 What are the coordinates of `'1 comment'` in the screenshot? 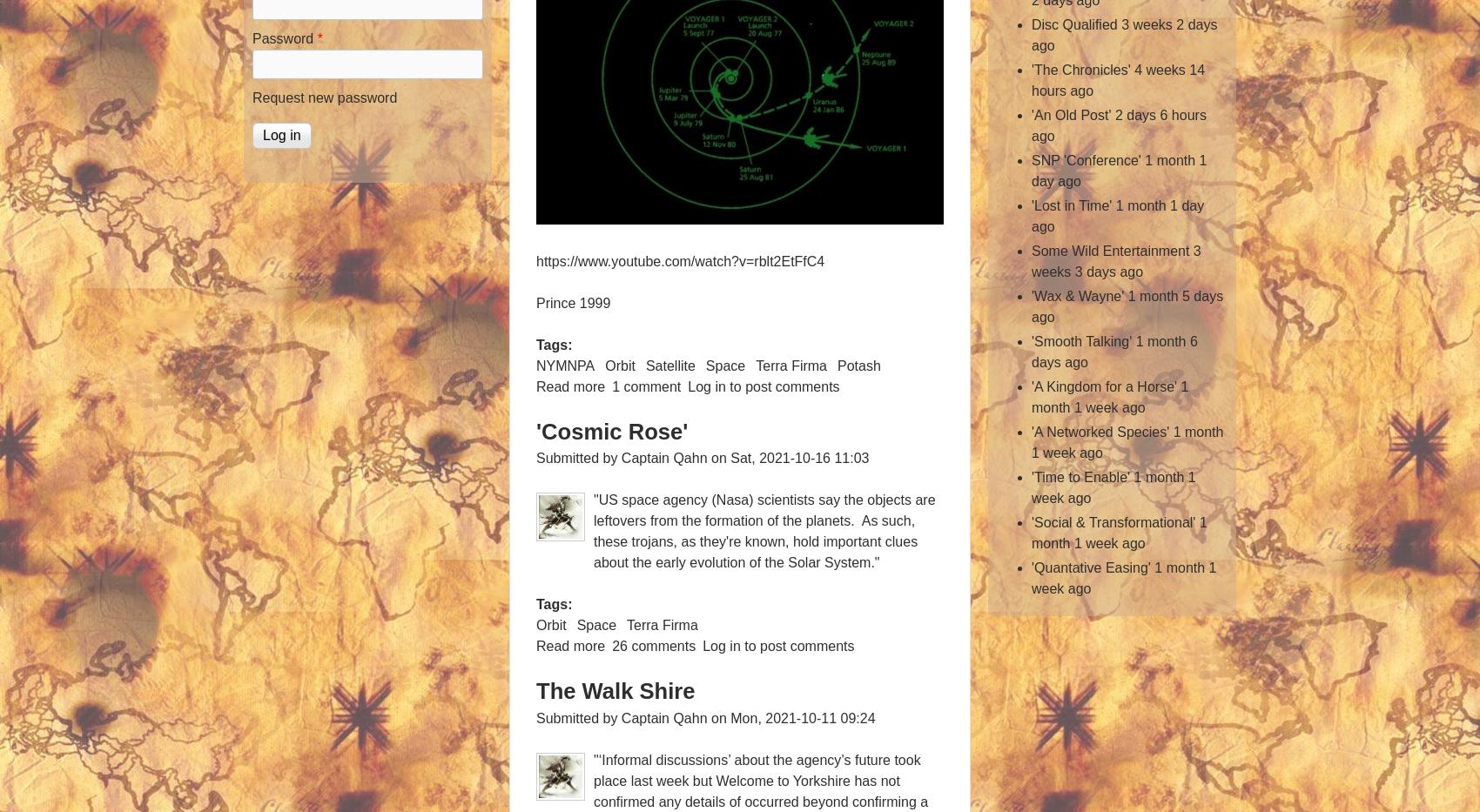 It's located at (646, 385).